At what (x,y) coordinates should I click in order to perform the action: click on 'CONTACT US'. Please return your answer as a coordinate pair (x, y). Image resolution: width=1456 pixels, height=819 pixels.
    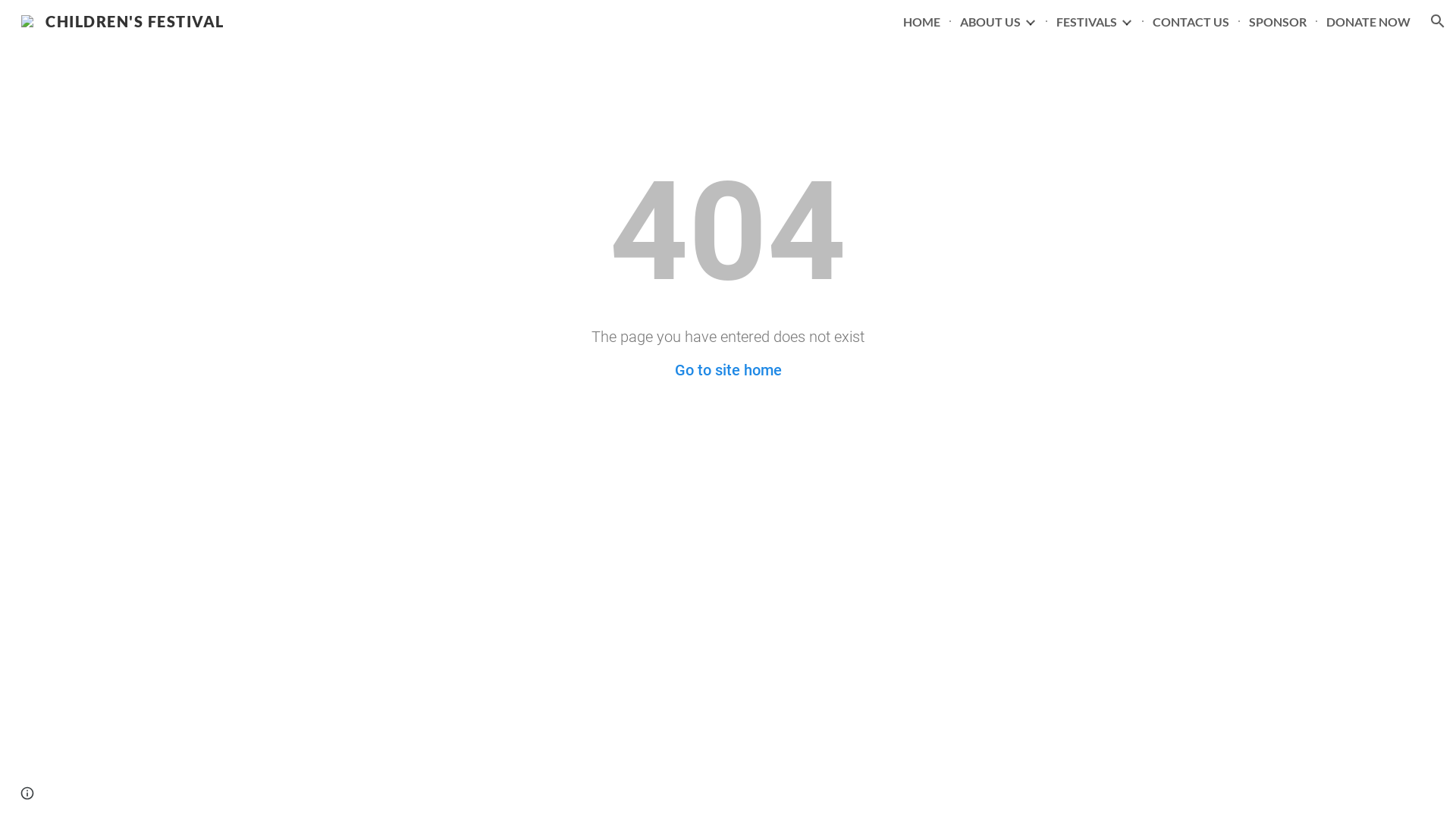
    Looking at the image, I should click on (1190, 20).